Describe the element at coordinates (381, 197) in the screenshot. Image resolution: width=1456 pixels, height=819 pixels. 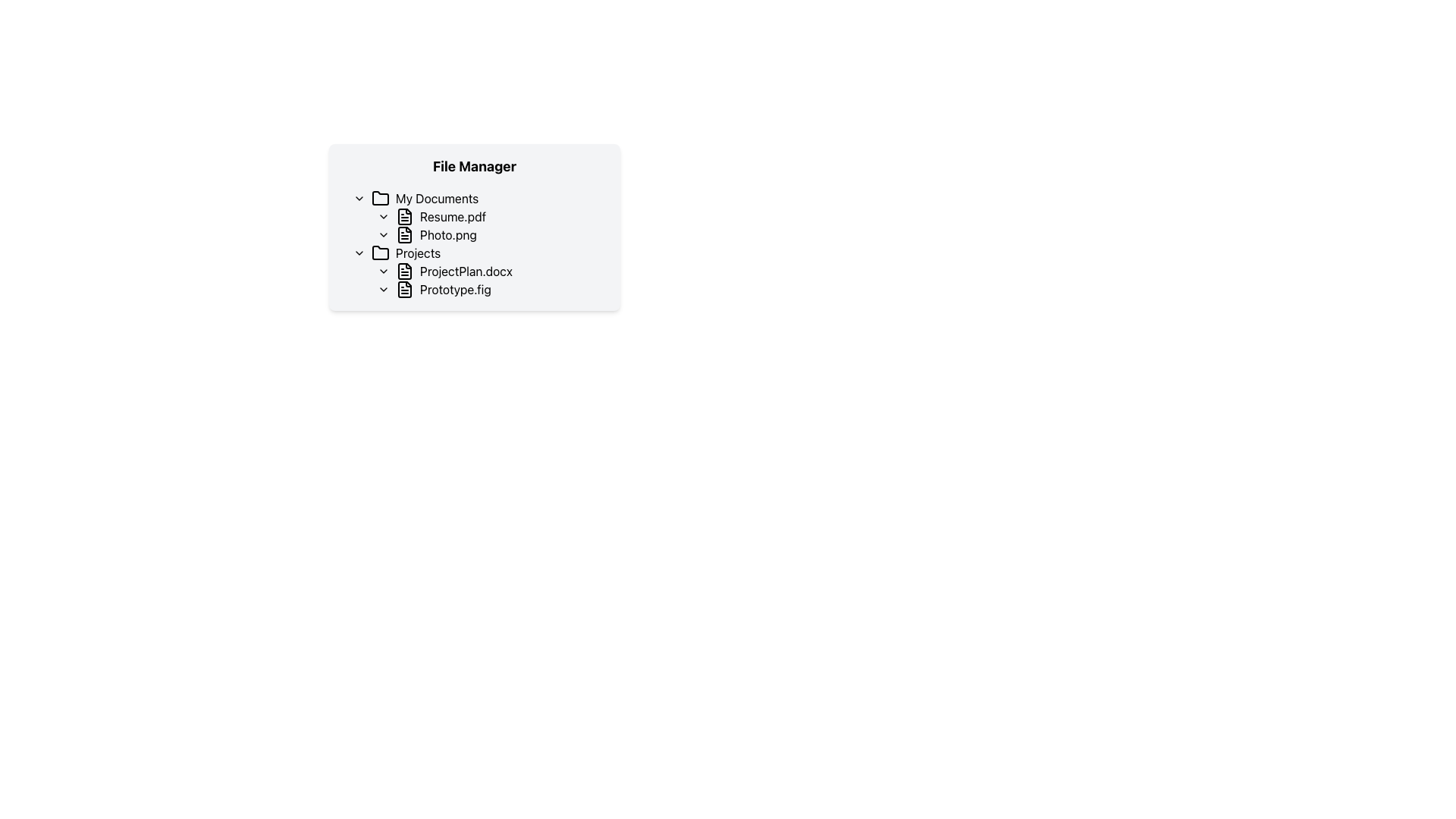
I see `the folder icon representing 'My Documents' by clicking on it` at that location.